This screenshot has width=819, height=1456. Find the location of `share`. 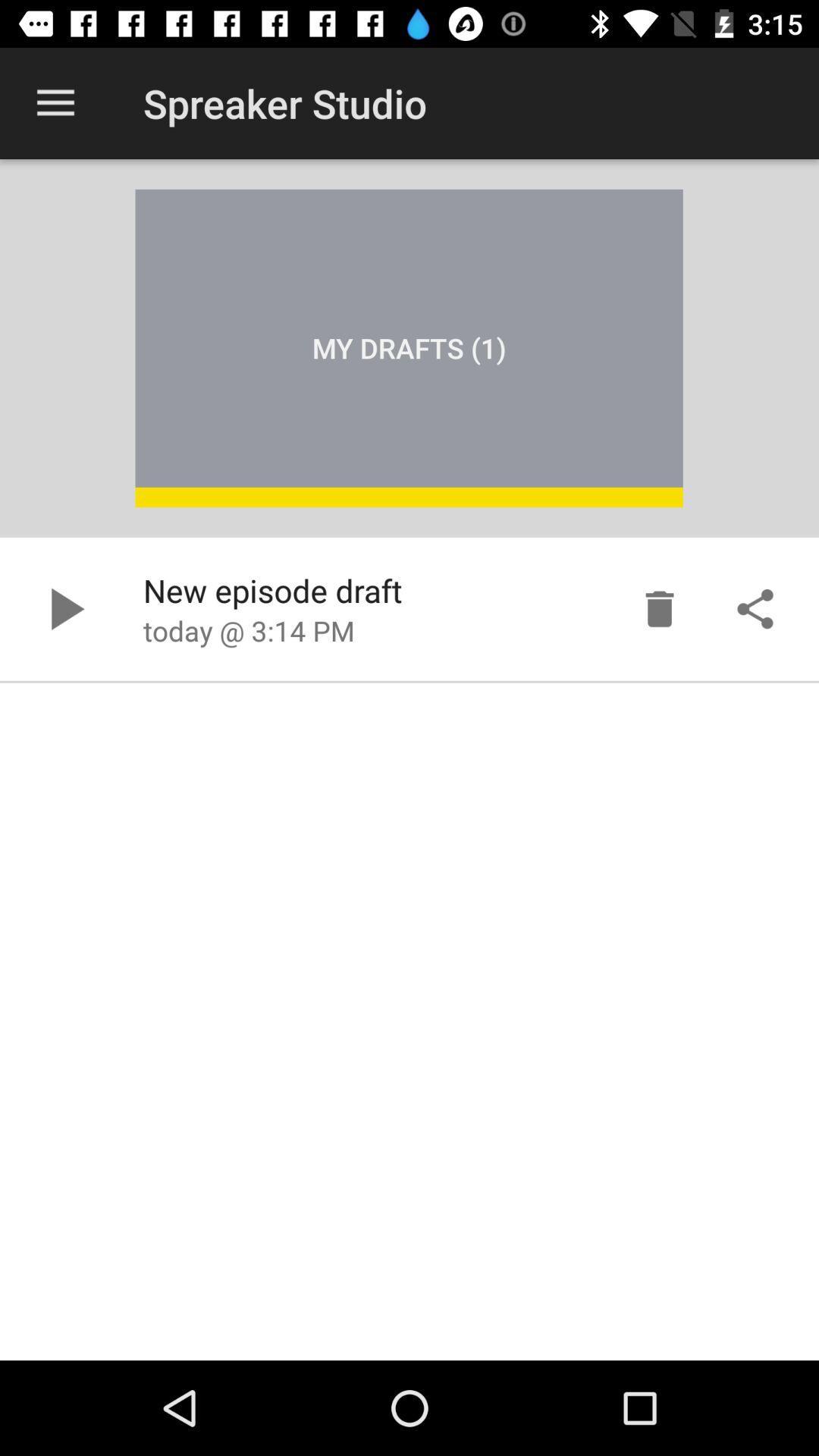

share is located at coordinates (755, 609).